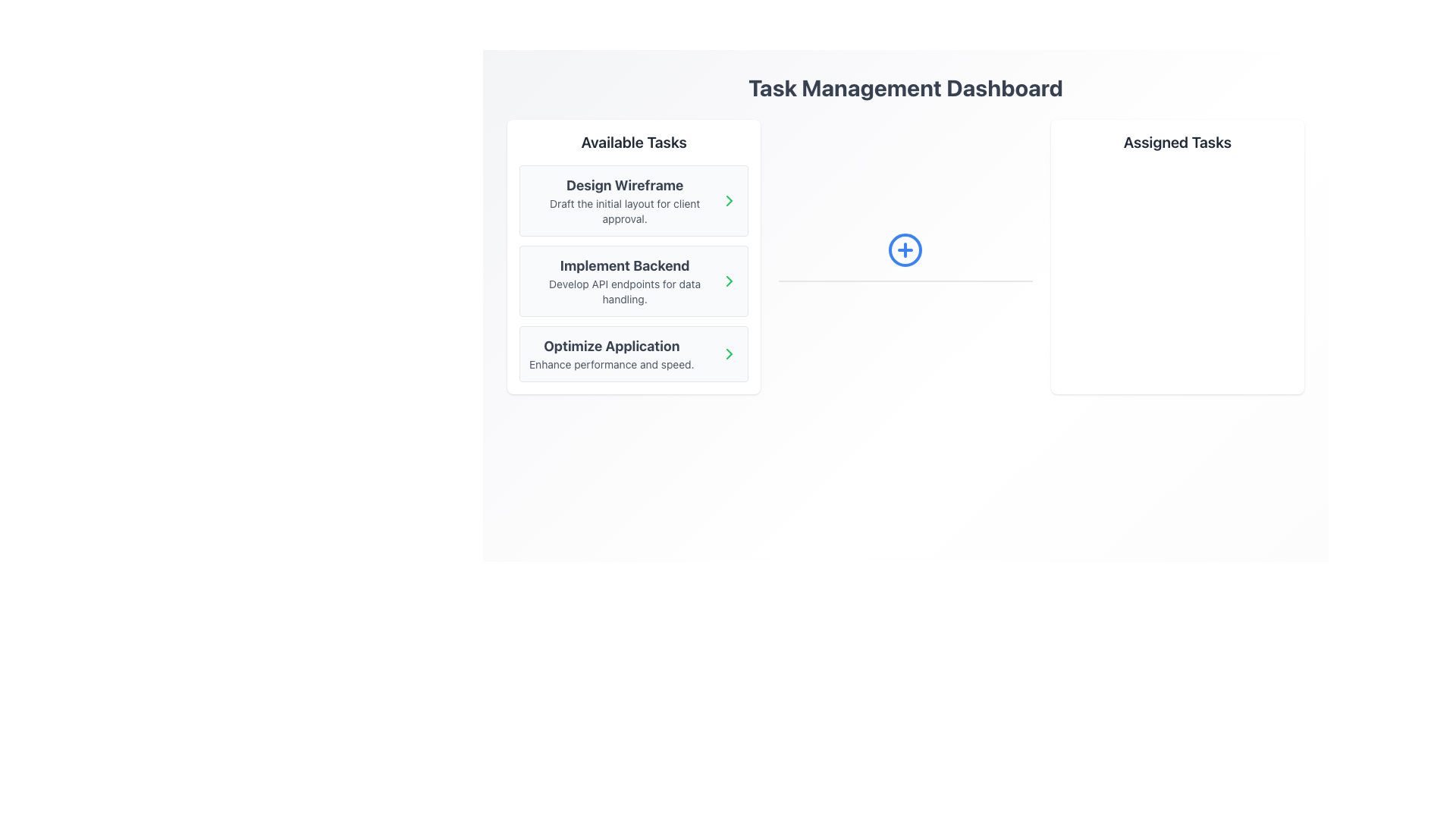 The image size is (1456, 819). Describe the element at coordinates (634, 143) in the screenshot. I see `the header text element that indicates the list of tasks available to the user, located at the top of the left pane of the dashboard` at that location.